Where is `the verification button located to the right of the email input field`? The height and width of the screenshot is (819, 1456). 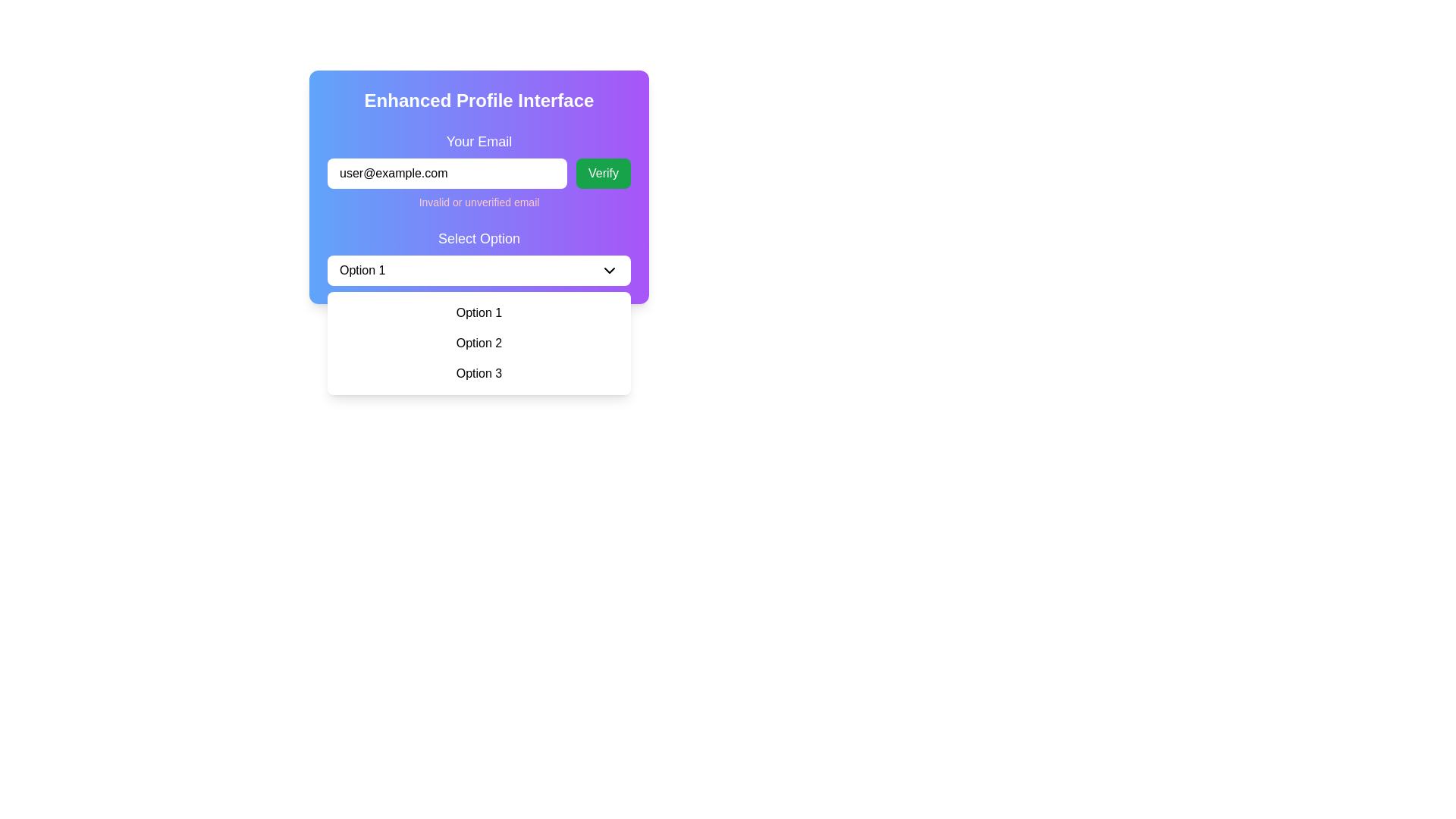 the verification button located to the right of the email input field is located at coordinates (603, 172).